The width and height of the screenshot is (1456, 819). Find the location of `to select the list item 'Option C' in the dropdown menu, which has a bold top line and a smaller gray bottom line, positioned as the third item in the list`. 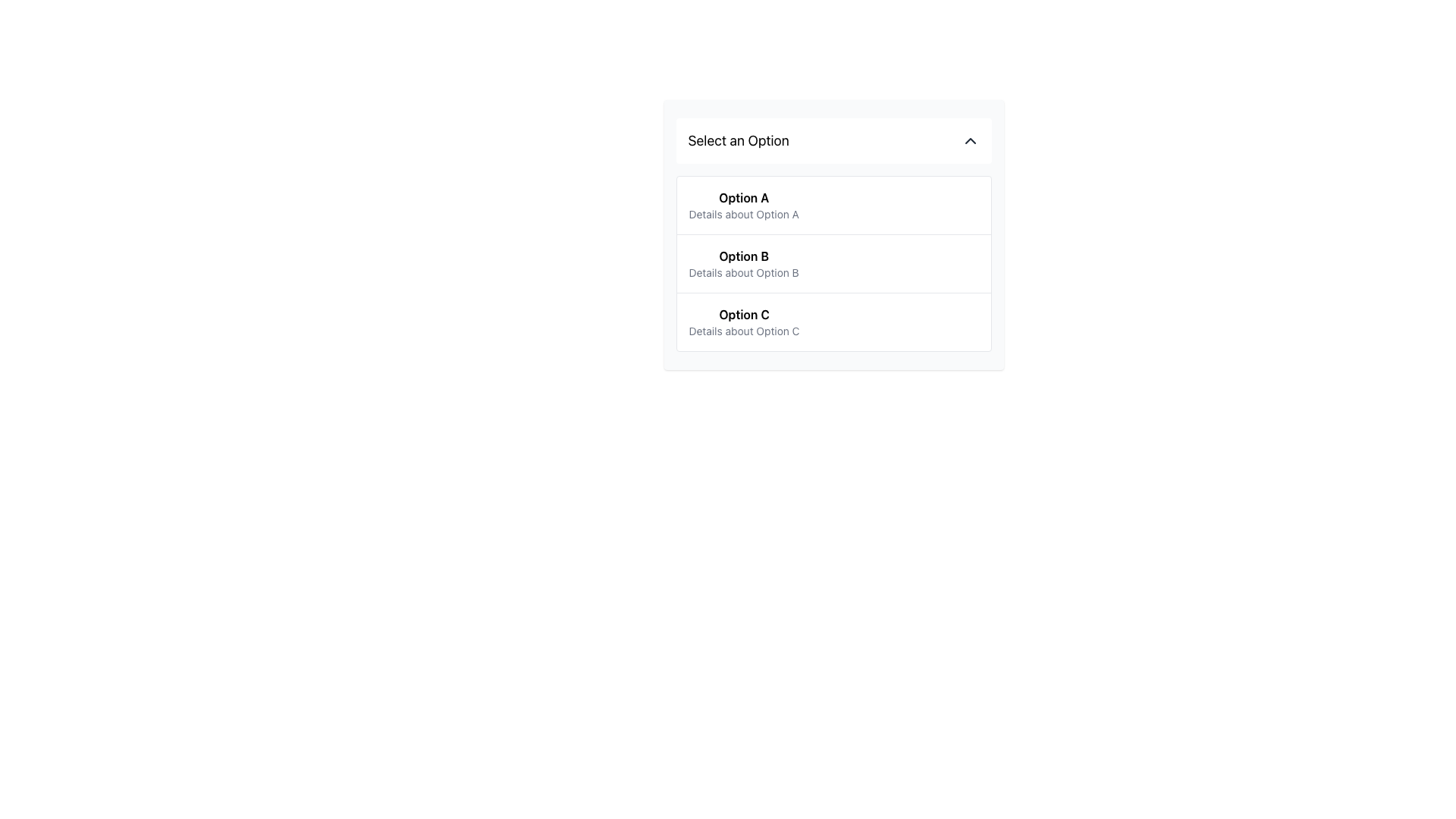

to select the list item 'Option C' in the dropdown menu, which has a bold top line and a smaller gray bottom line, positioned as the third item in the list is located at coordinates (744, 321).